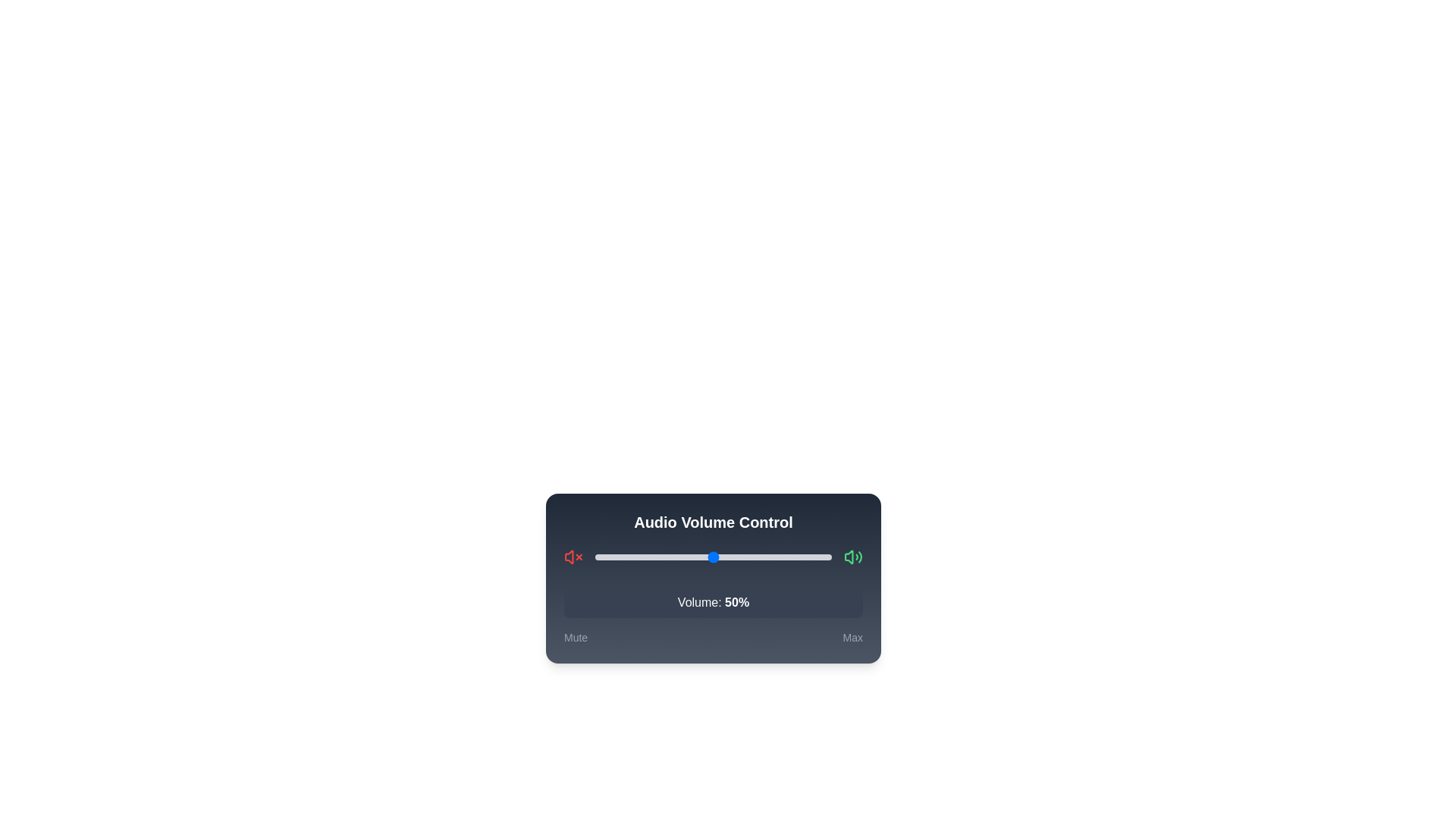 This screenshot has height=819, width=1456. I want to click on the 'Max' label to set the volume to maximum, so click(852, 637).